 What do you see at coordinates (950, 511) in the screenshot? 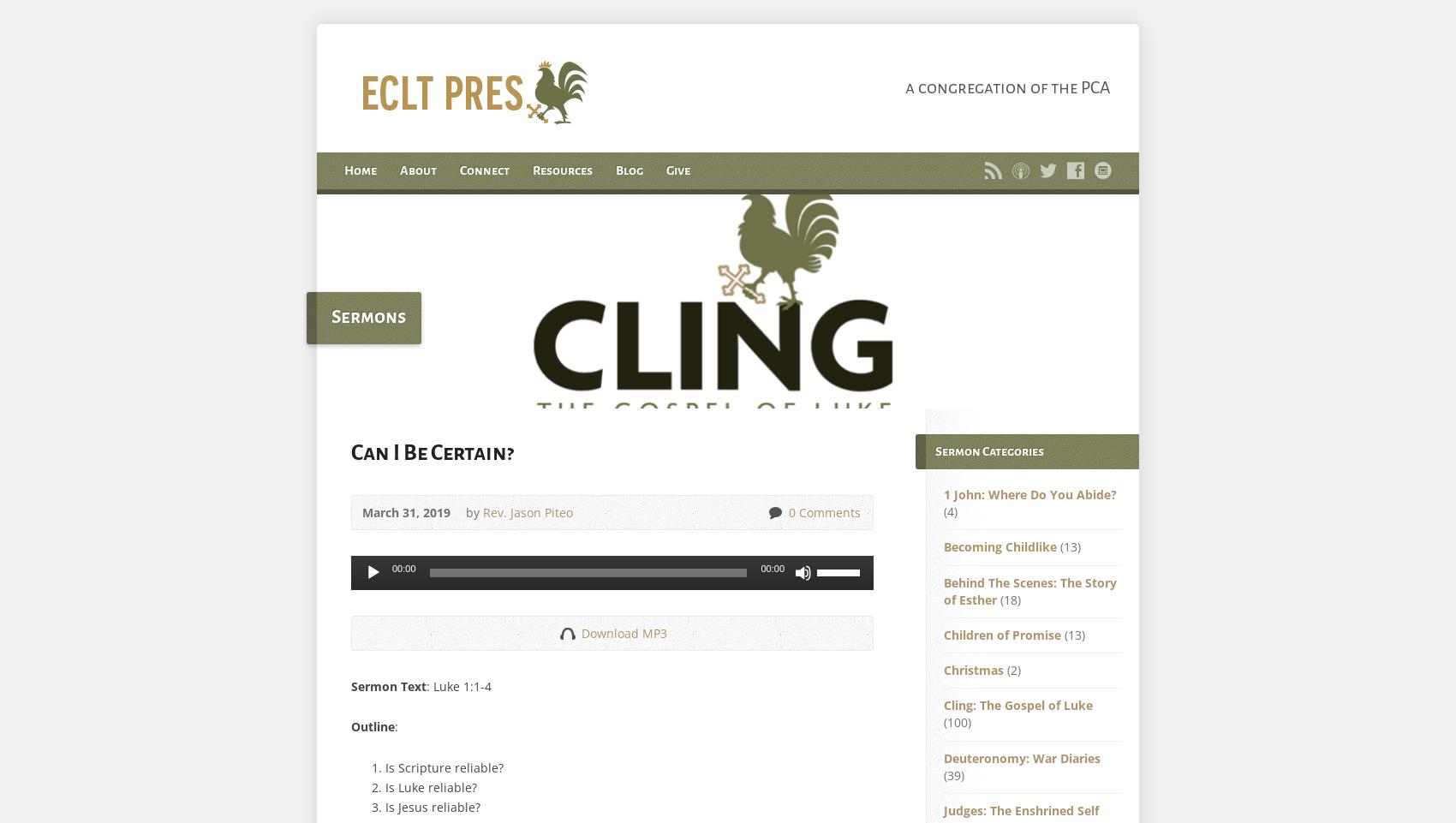
I see `'(4)'` at bounding box center [950, 511].